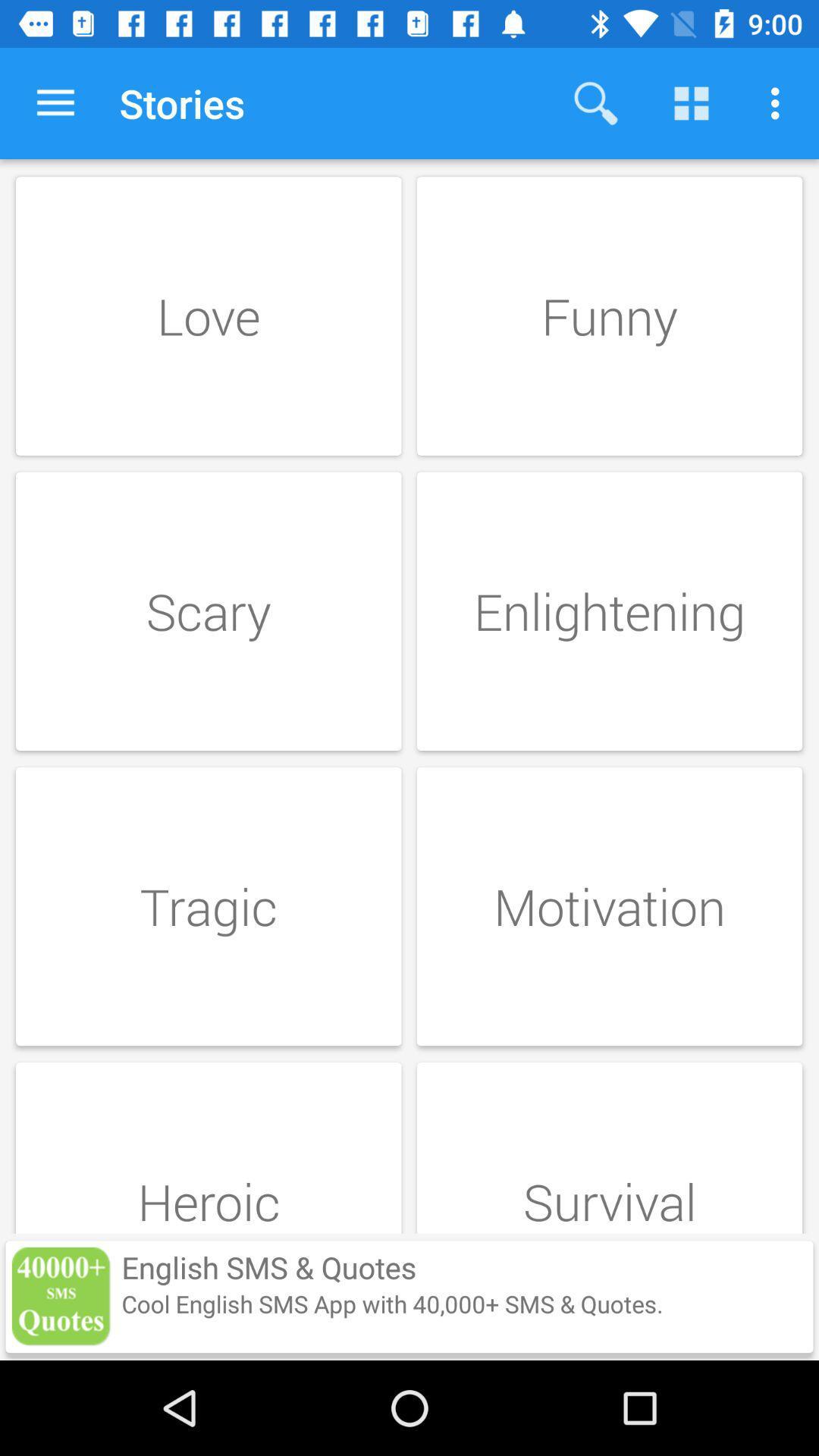 The height and width of the screenshot is (1456, 819). I want to click on item to the left of stories app, so click(55, 102).